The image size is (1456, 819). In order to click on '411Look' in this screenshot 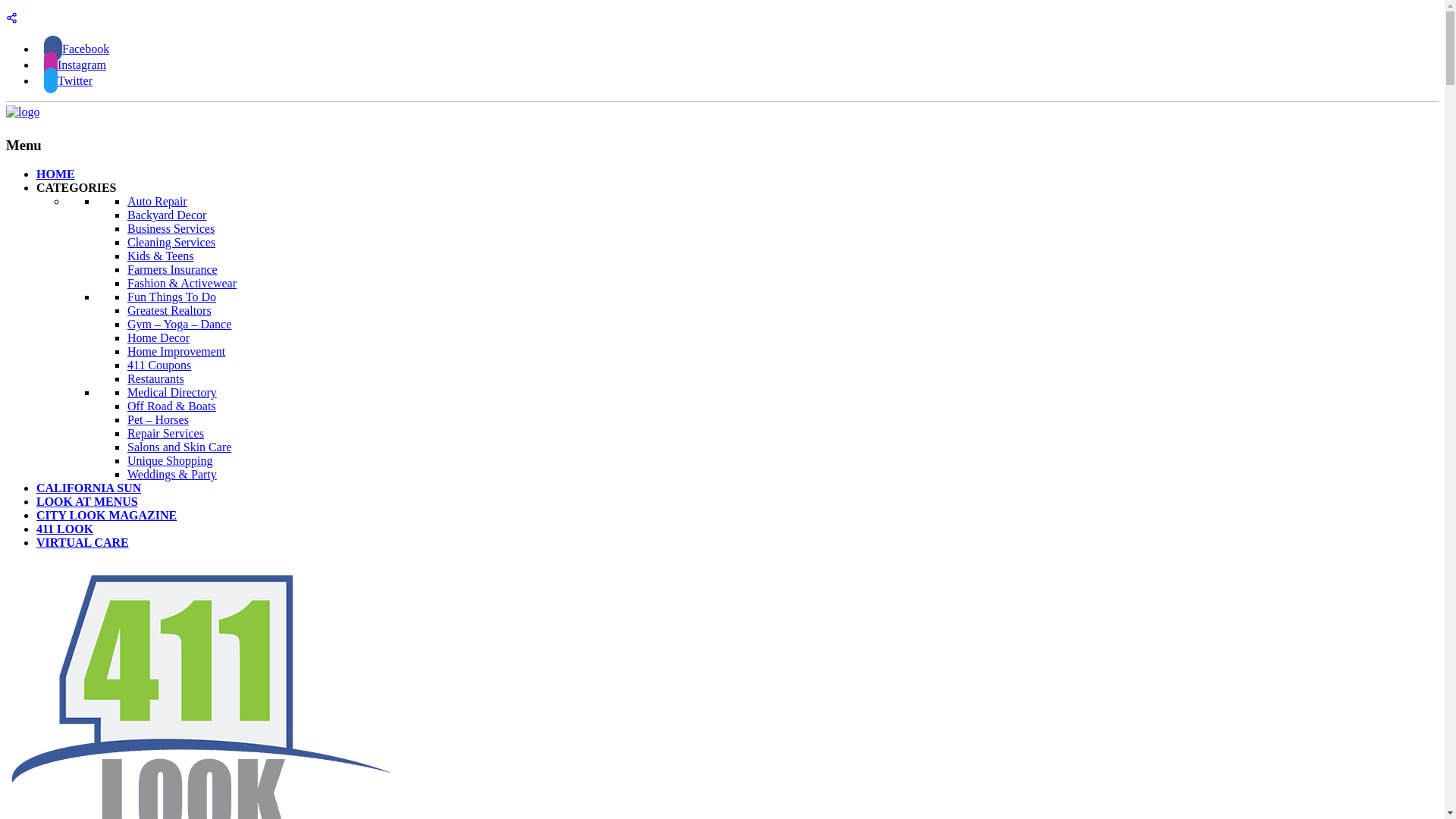, I will do `click(6, 111)`.